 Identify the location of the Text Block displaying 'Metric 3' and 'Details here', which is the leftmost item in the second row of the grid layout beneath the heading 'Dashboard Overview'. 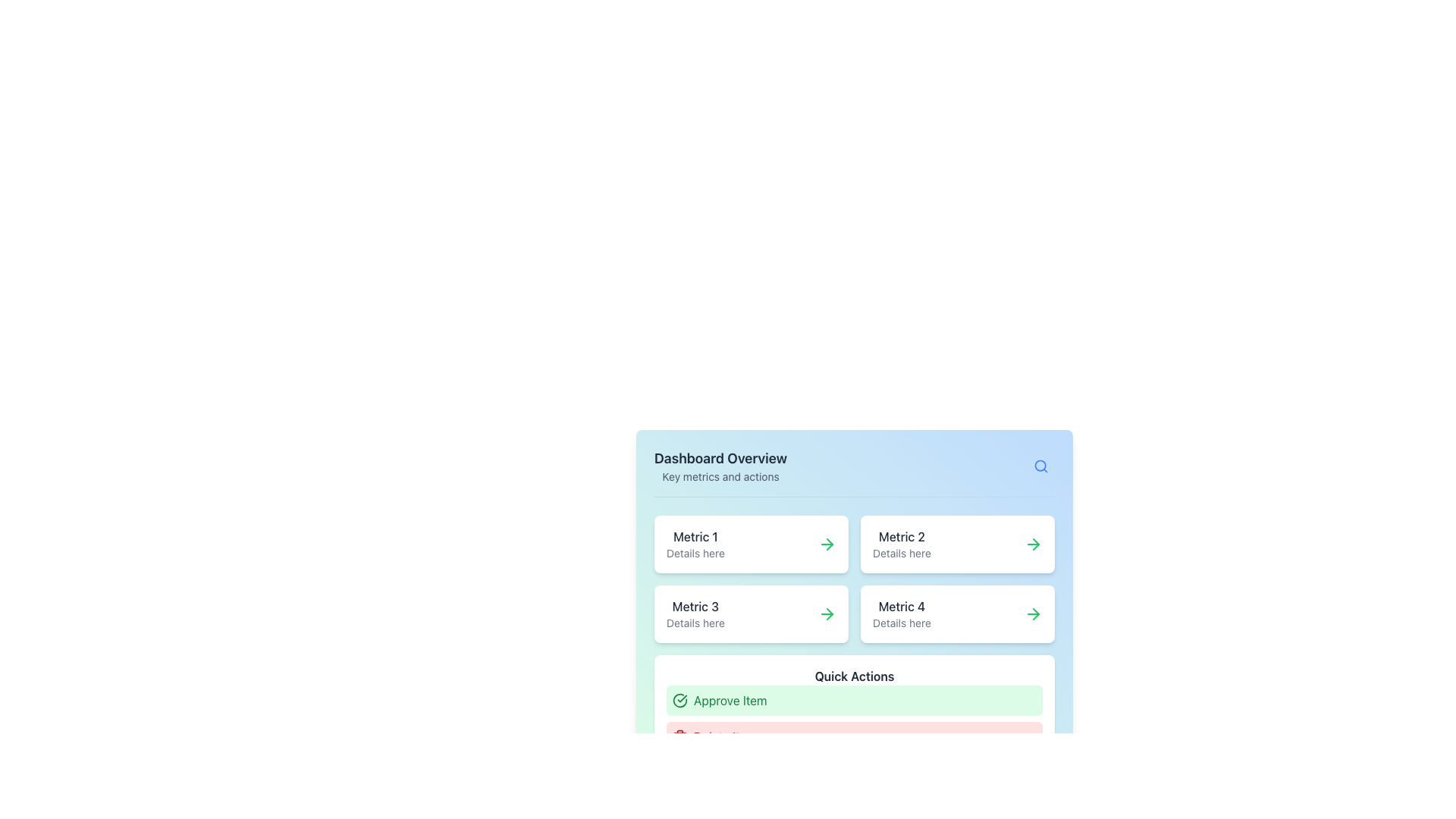
(695, 614).